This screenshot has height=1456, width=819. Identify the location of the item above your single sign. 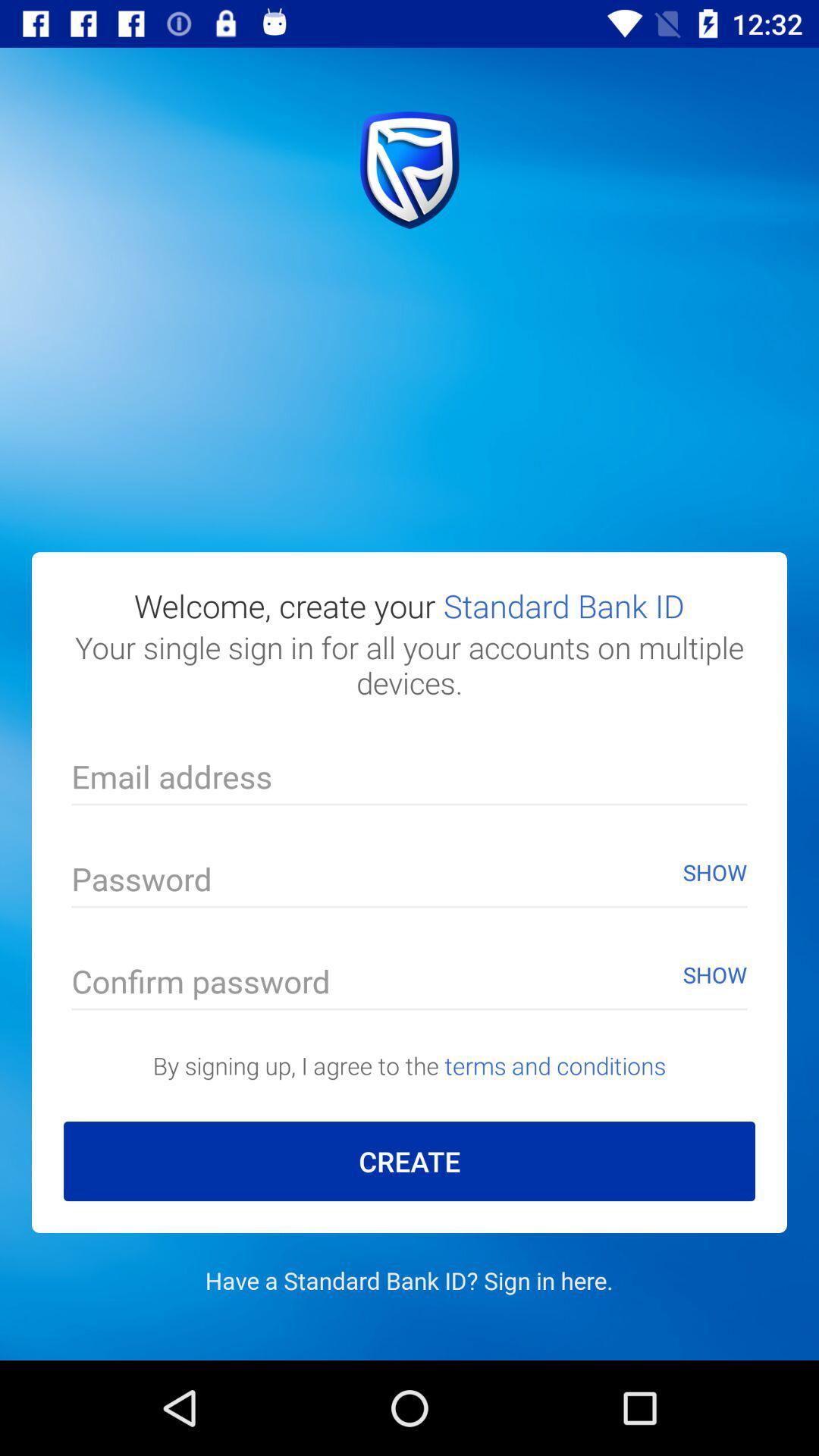
(409, 604).